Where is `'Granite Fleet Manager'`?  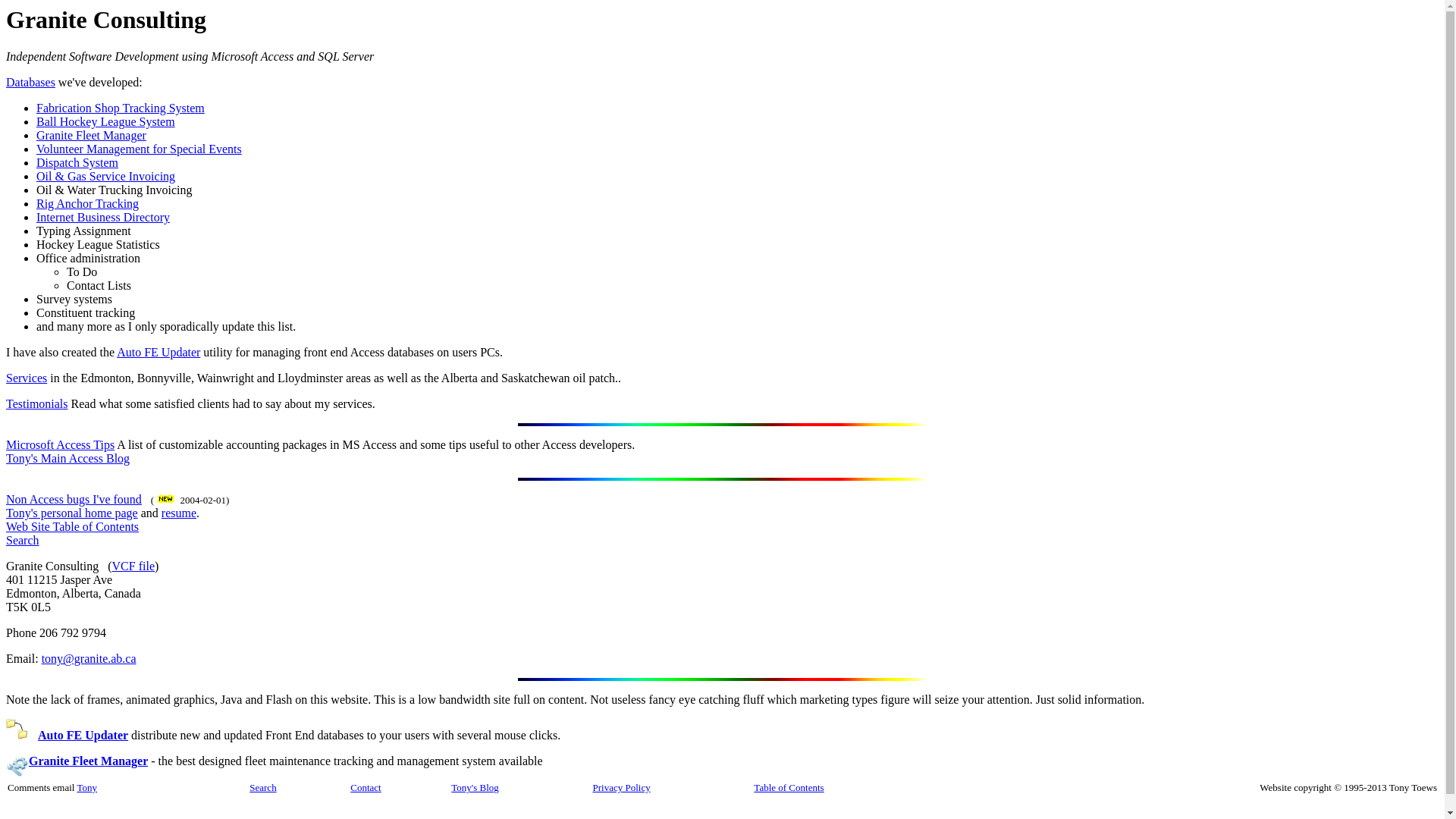 'Granite Fleet Manager' is located at coordinates (90, 134).